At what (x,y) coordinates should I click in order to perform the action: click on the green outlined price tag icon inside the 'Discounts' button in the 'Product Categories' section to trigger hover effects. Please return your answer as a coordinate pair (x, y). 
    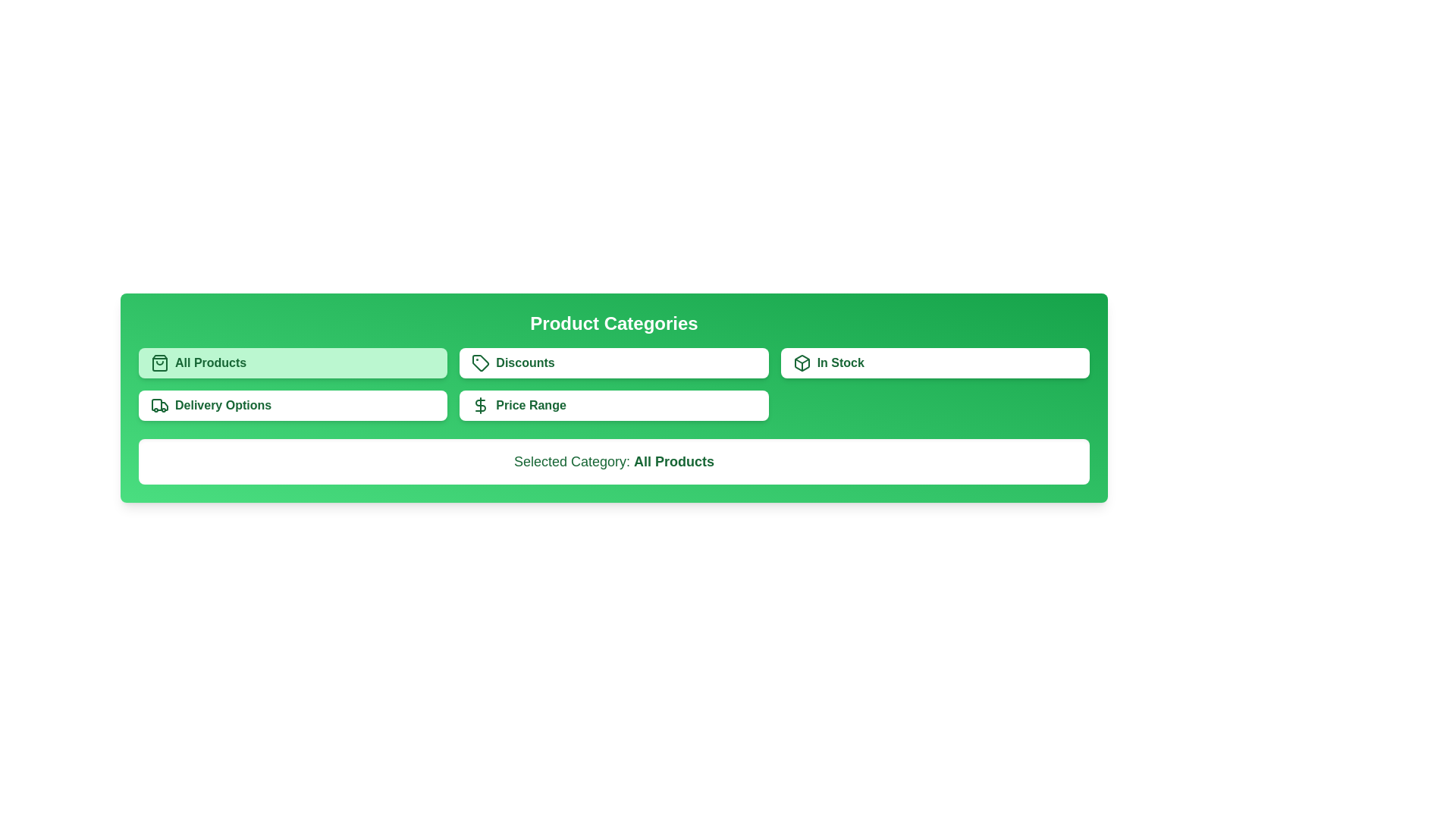
    Looking at the image, I should click on (480, 362).